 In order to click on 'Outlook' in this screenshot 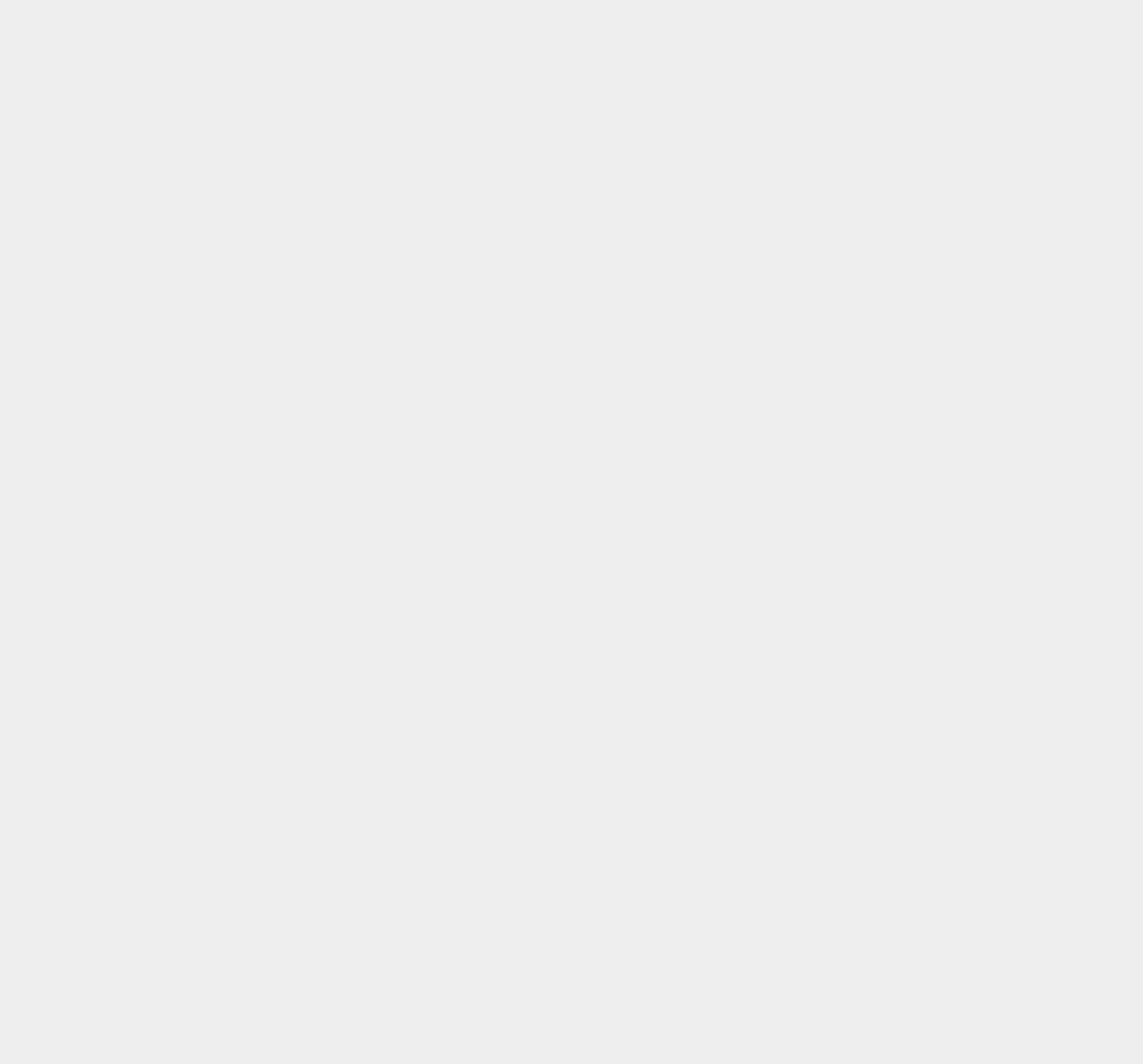, I will do `click(831, 866)`.